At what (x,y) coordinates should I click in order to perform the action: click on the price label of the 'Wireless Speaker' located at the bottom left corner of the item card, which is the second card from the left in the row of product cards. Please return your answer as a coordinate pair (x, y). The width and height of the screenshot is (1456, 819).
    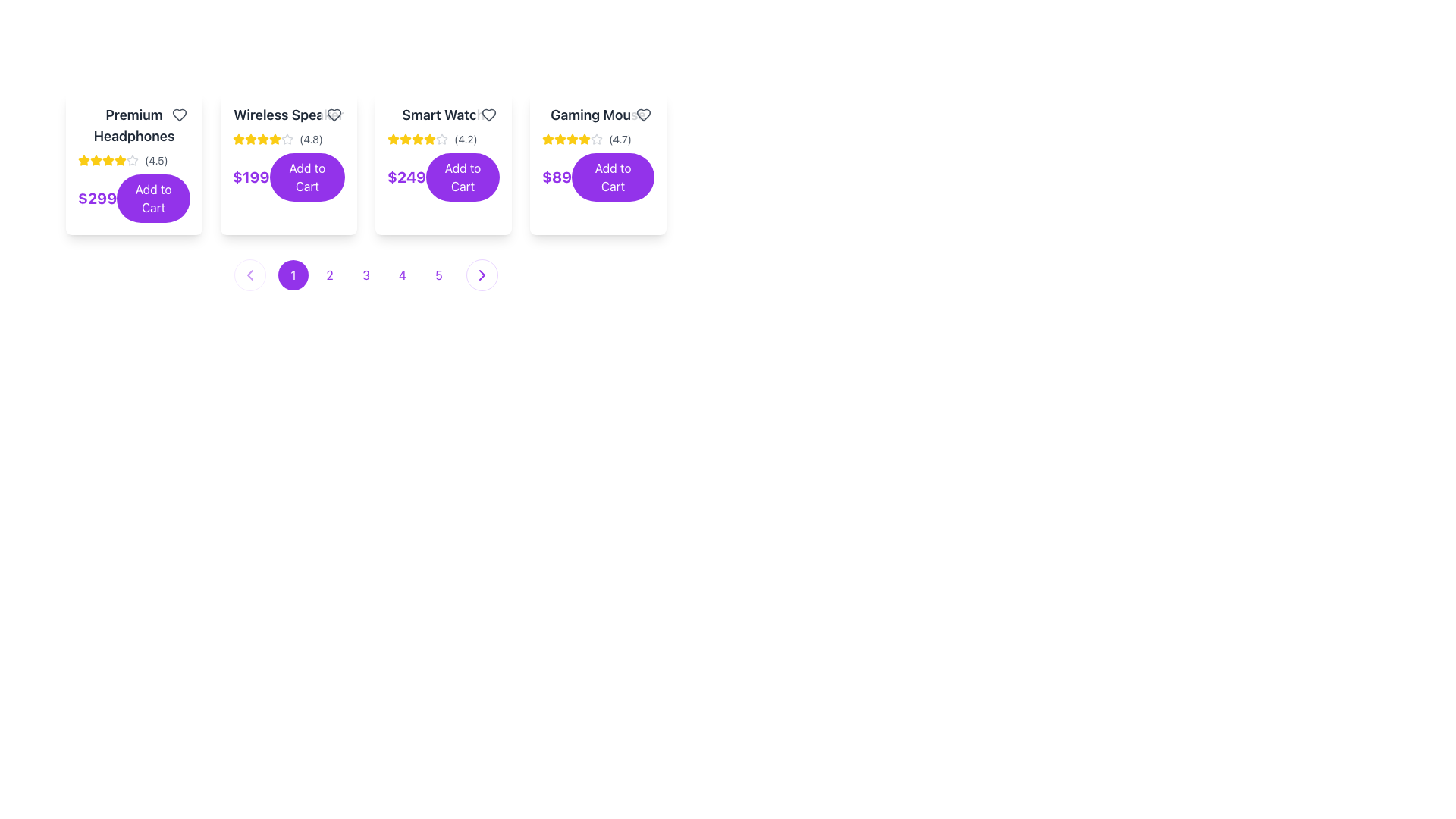
    Looking at the image, I should click on (251, 177).